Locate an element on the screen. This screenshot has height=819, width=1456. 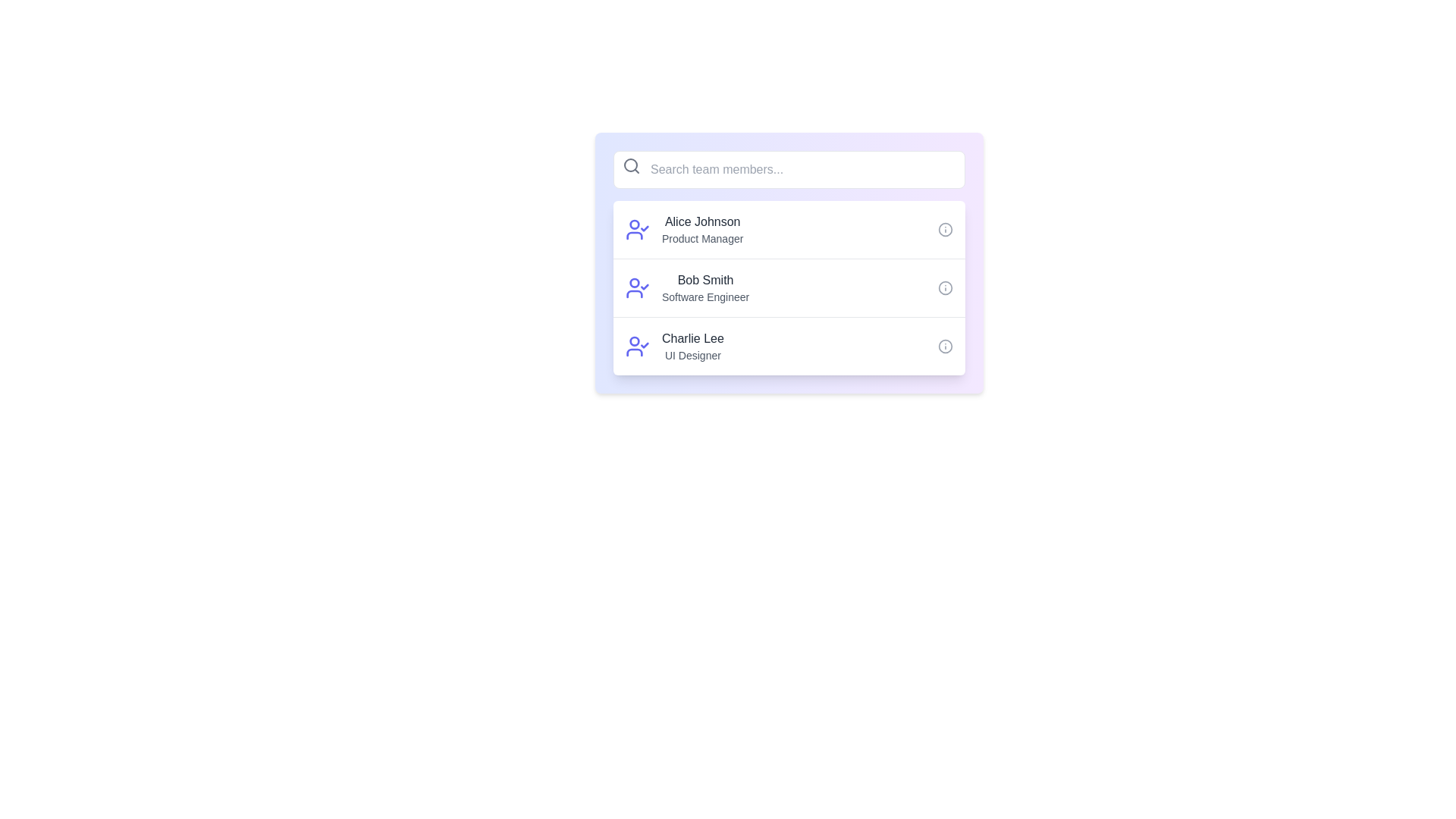
the Text label displaying 'Software Engineer' which is styled as secondary information and is positioned below the name 'Bob Smith' is located at coordinates (704, 297).